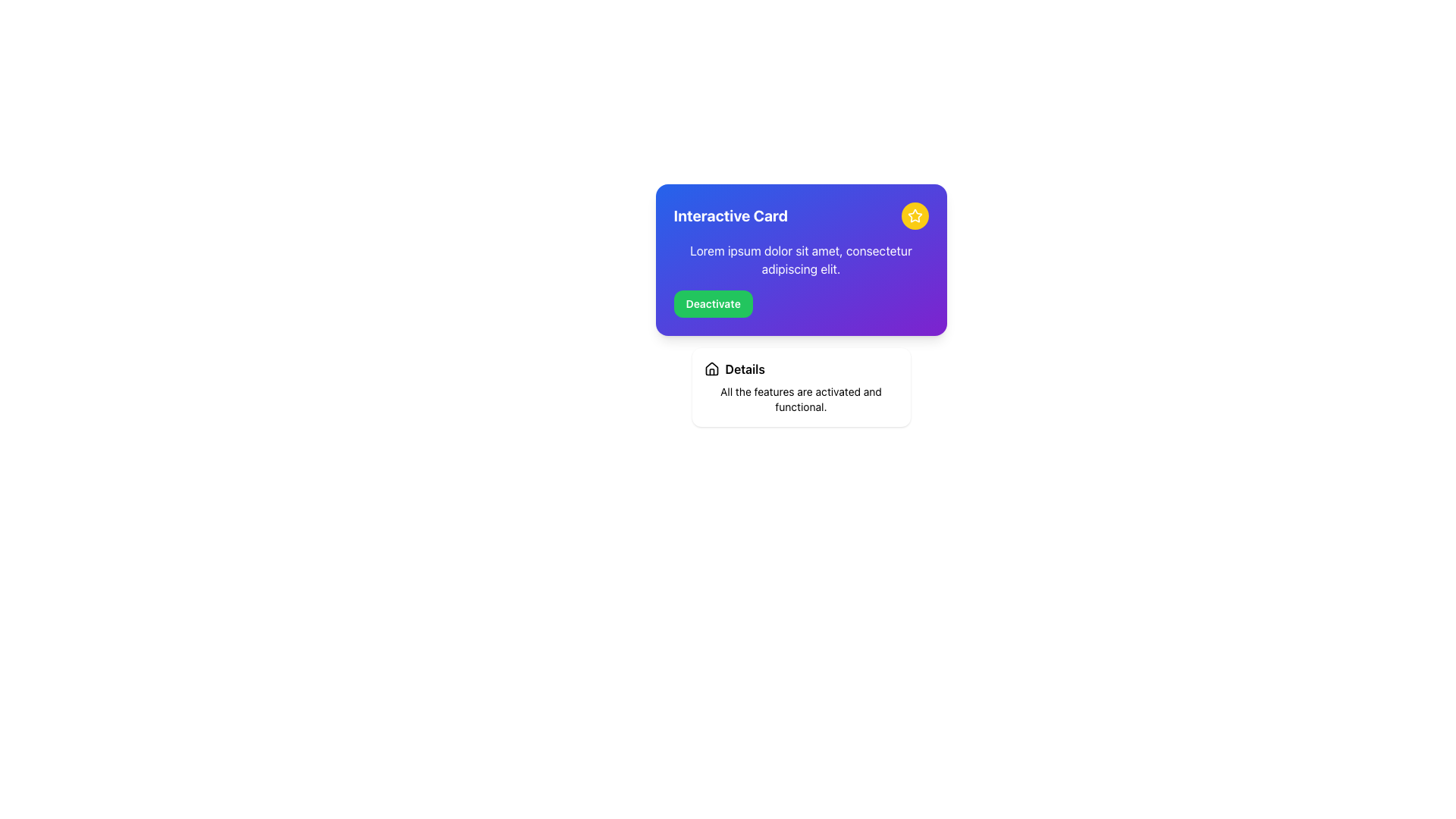 The height and width of the screenshot is (819, 1456). Describe the element at coordinates (711, 369) in the screenshot. I see `the home/property icon located in the top-left corner of the 'Details' section` at that location.